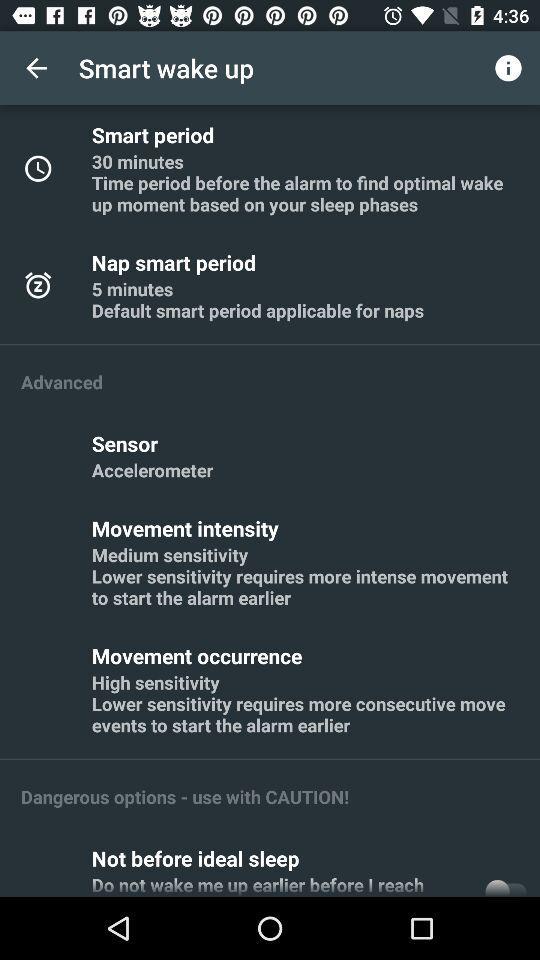  I want to click on the item to the right of do not wake item, so click(504, 883).